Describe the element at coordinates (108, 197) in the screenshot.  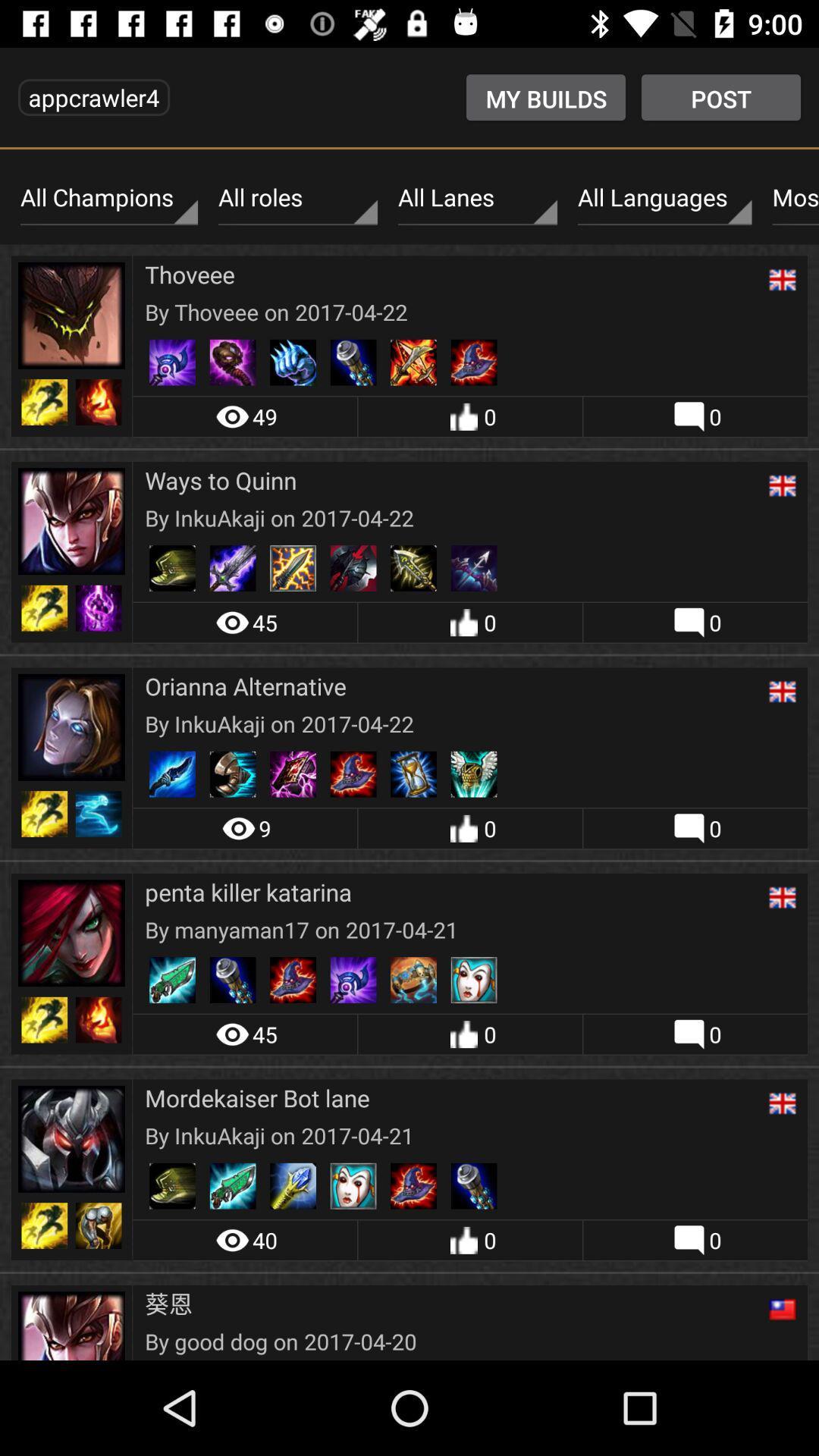
I see `the all champions` at that location.